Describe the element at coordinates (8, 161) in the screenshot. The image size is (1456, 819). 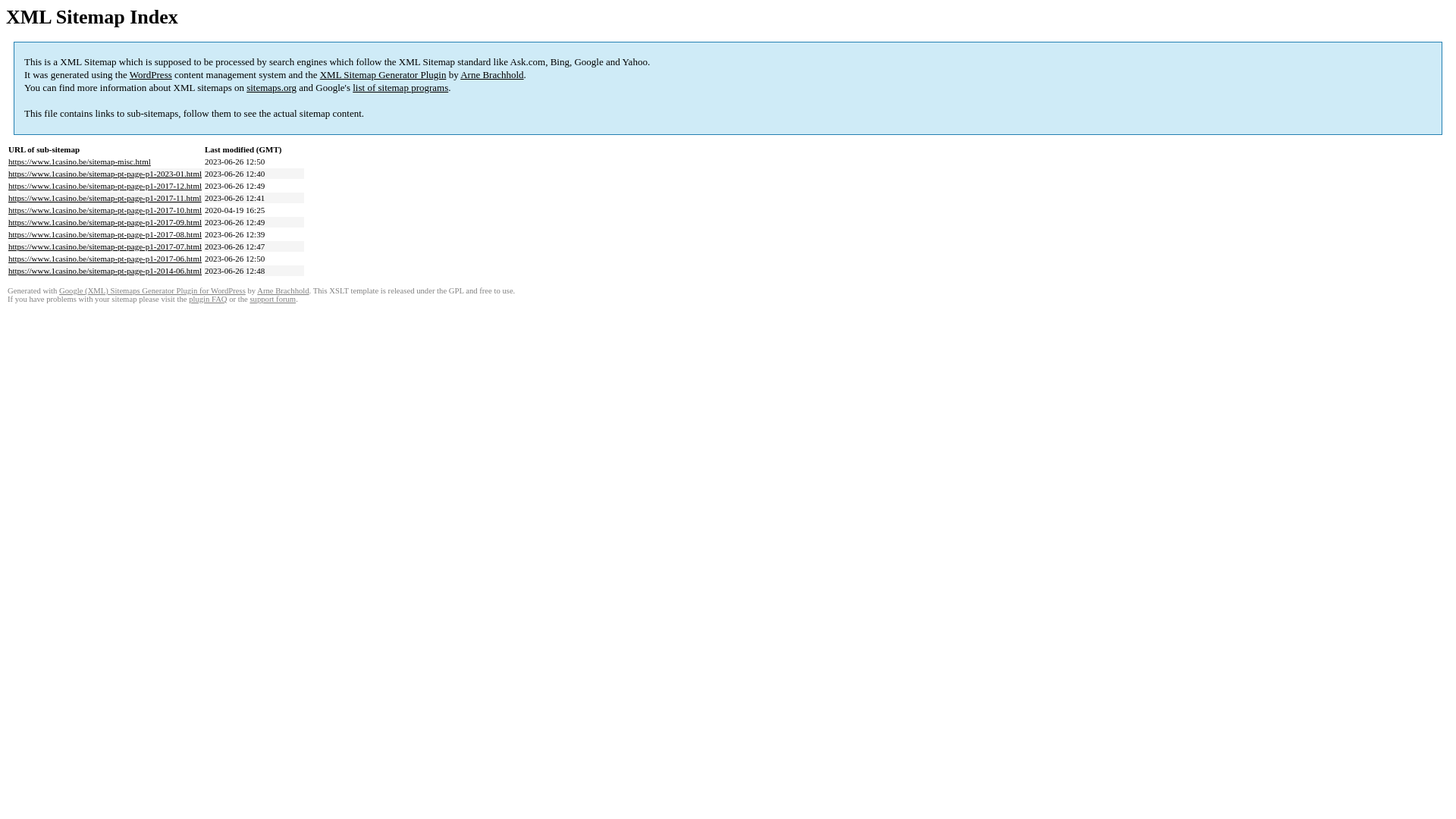
I see `'https://www.1casino.be/sitemap-misc.html'` at that location.